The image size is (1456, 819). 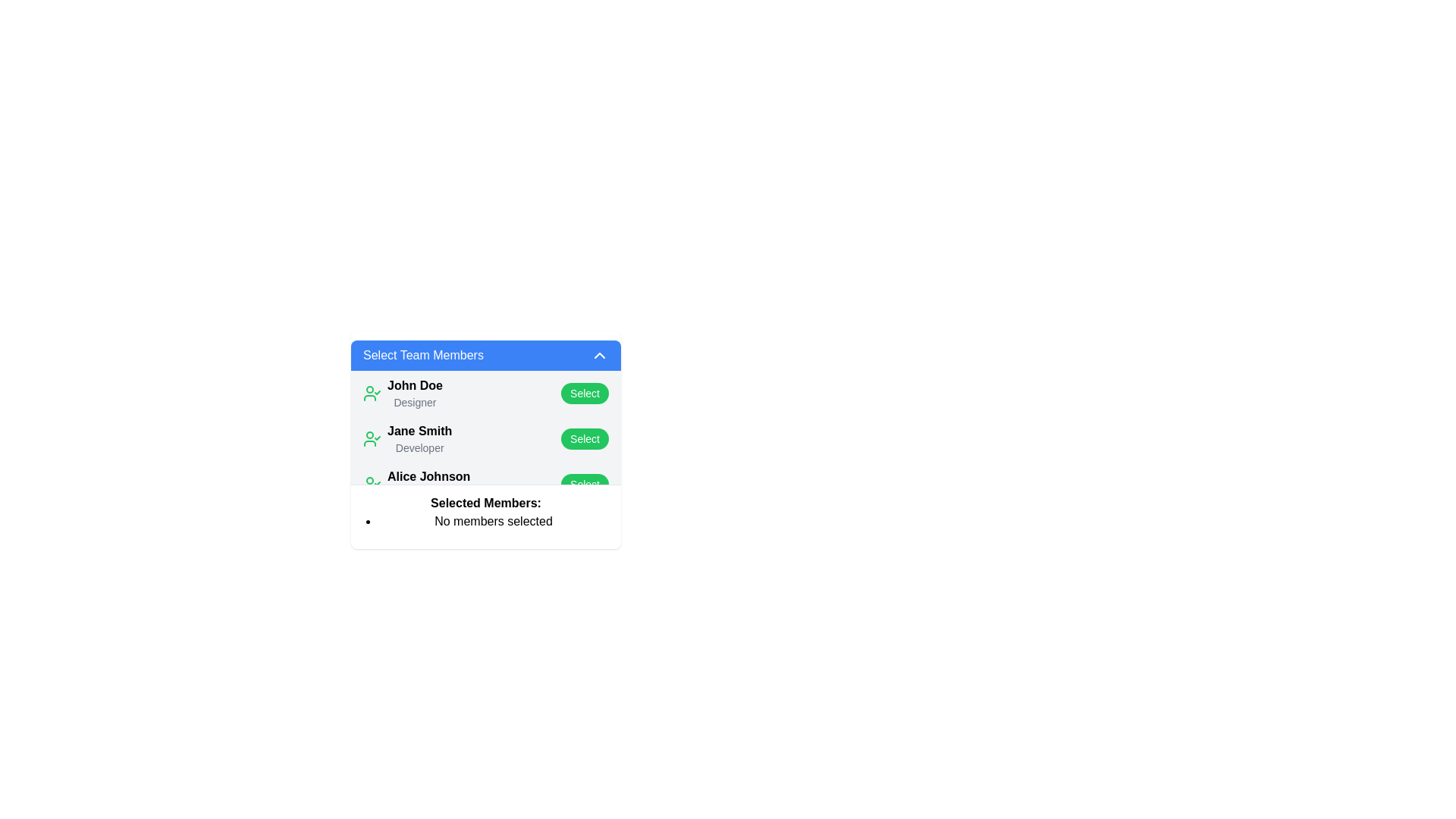 I want to click on the bold, black text label reading 'Selected Members:' which is displayed against a white background, located near the bottom of the 'Select Team Members' component, immediately above 'No members selected.', so click(x=486, y=503).